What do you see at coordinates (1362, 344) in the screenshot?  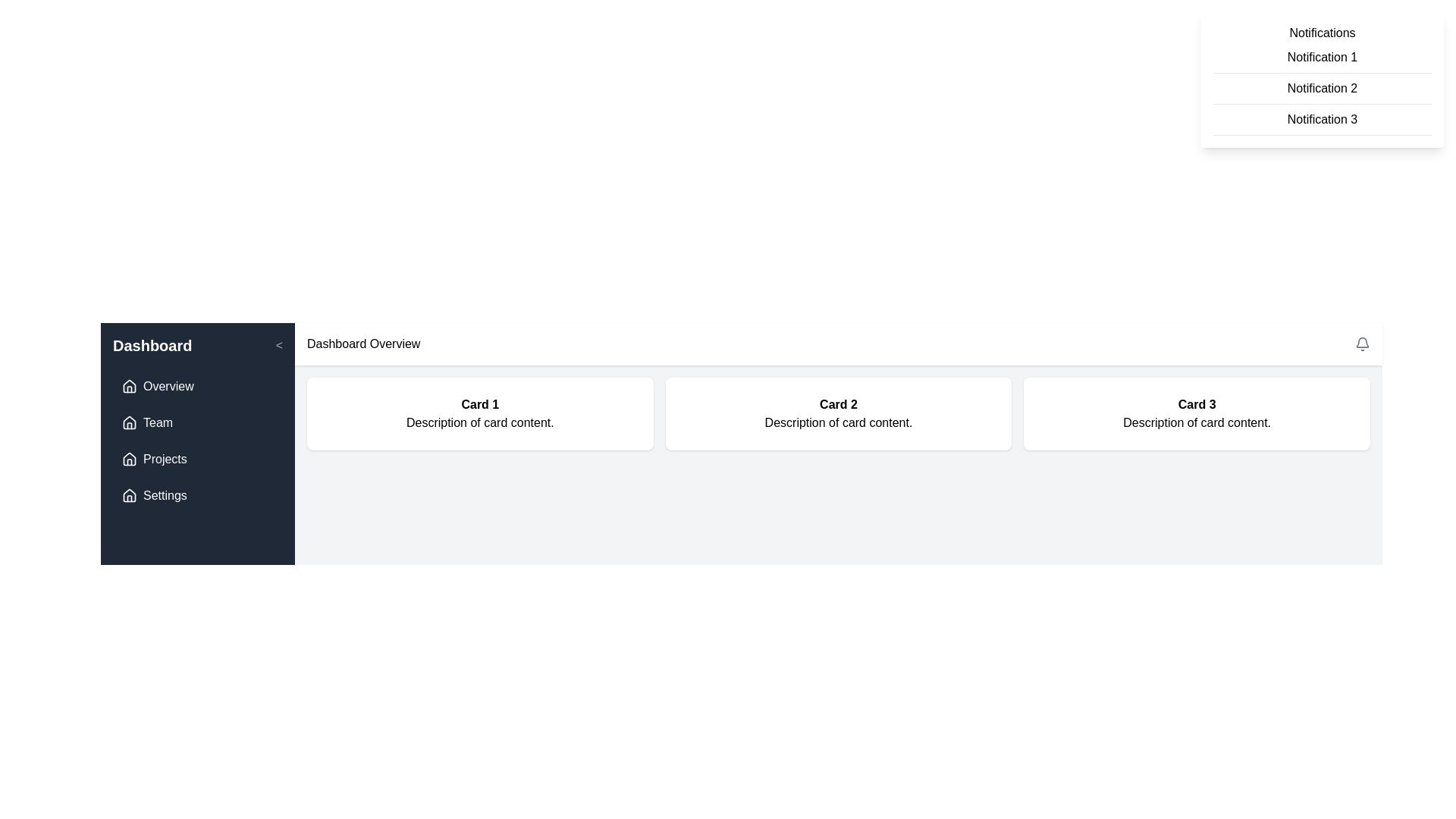 I see `the gray bell icon button located on the far-right side of the 'Dashboard Overview' bar` at bounding box center [1362, 344].